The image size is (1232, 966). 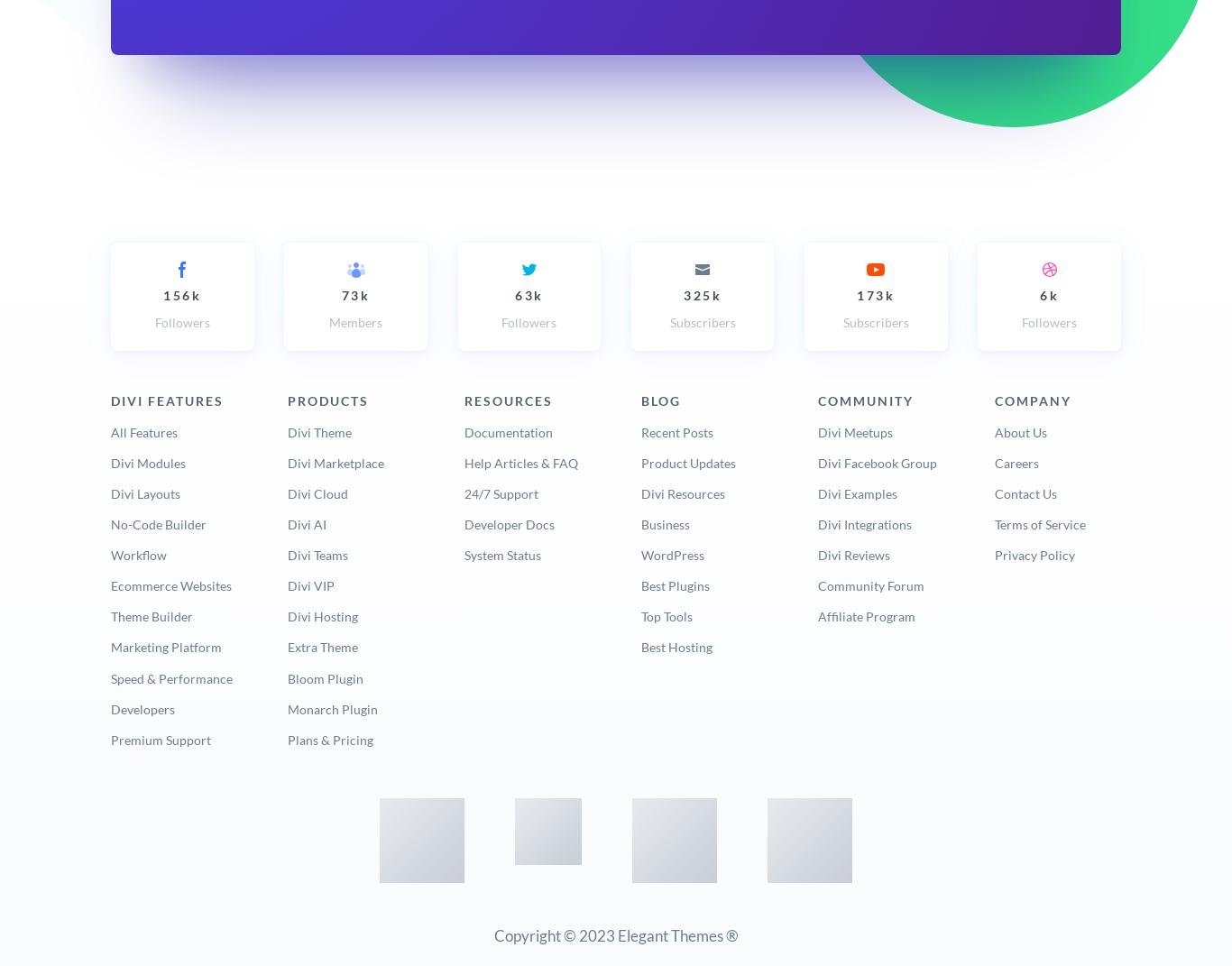 What do you see at coordinates (328, 738) in the screenshot?
I see `'Plans & Pricing'` at bounding box center [328, 738].